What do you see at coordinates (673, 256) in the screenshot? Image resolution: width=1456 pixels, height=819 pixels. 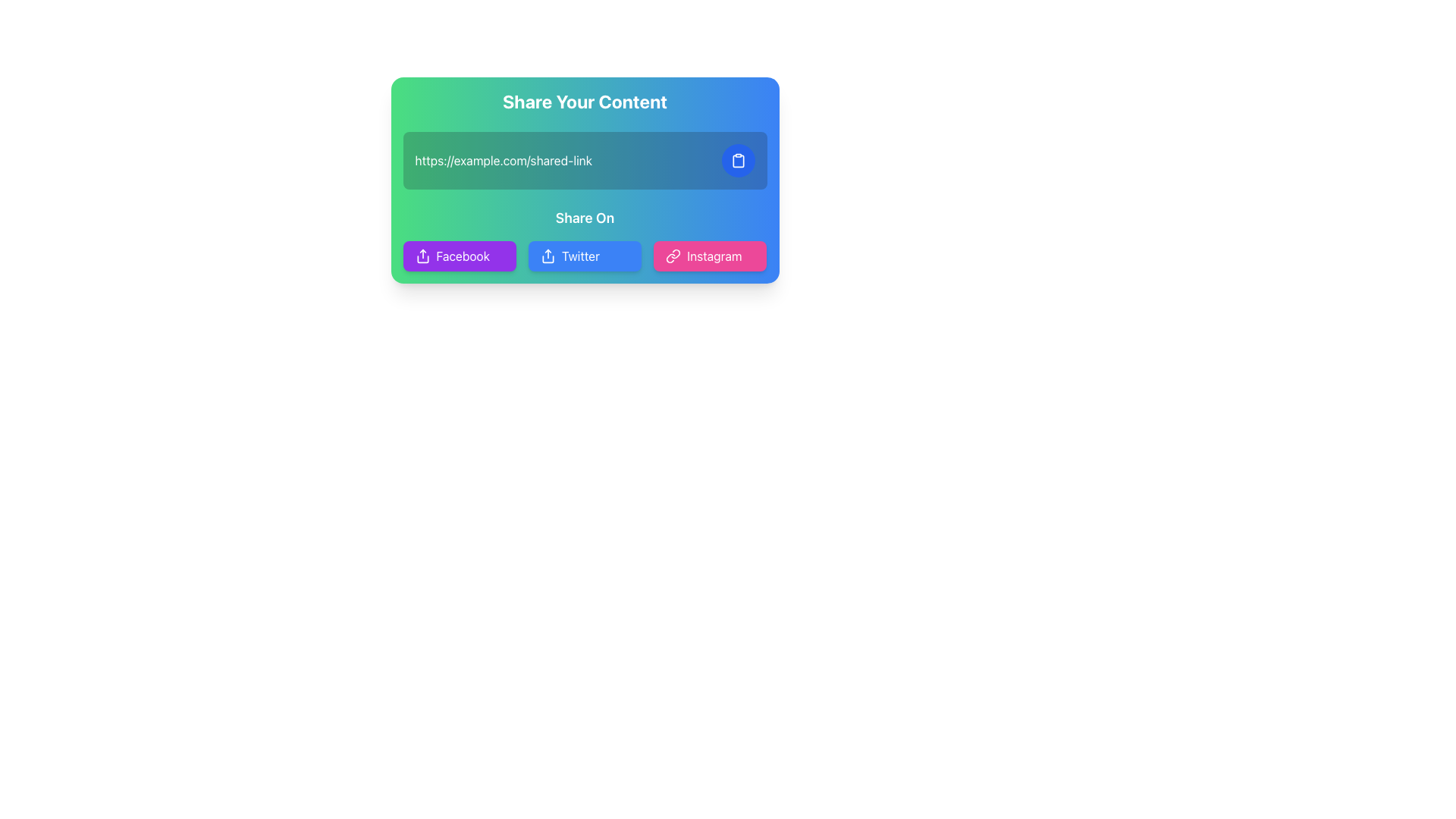 I see `the 'Instagram' button, which contains an icon styled as two interlinked rings, located in the bottom-right corner of the 'Share On' section` at bounding box center [673, 256].